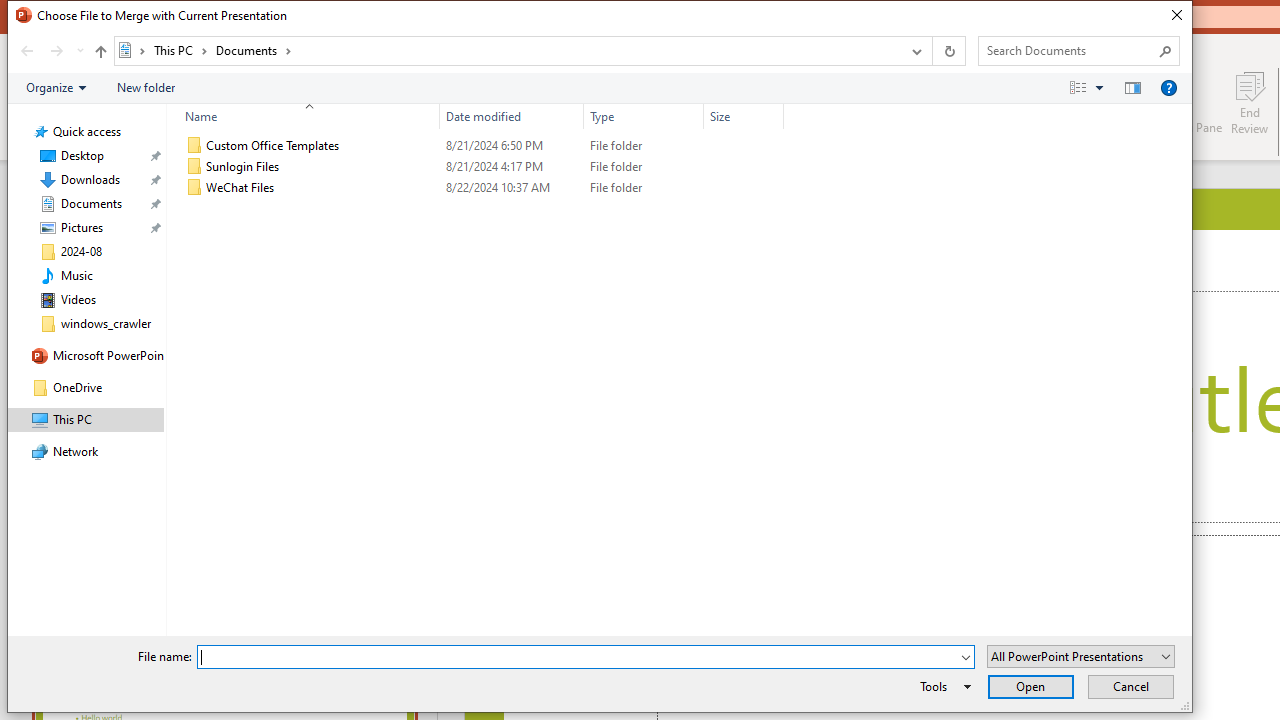 The image size is (1280, 720). Describe the element at coordinates (576, 657) in the screenshot. I see `'File name:'` at that location.